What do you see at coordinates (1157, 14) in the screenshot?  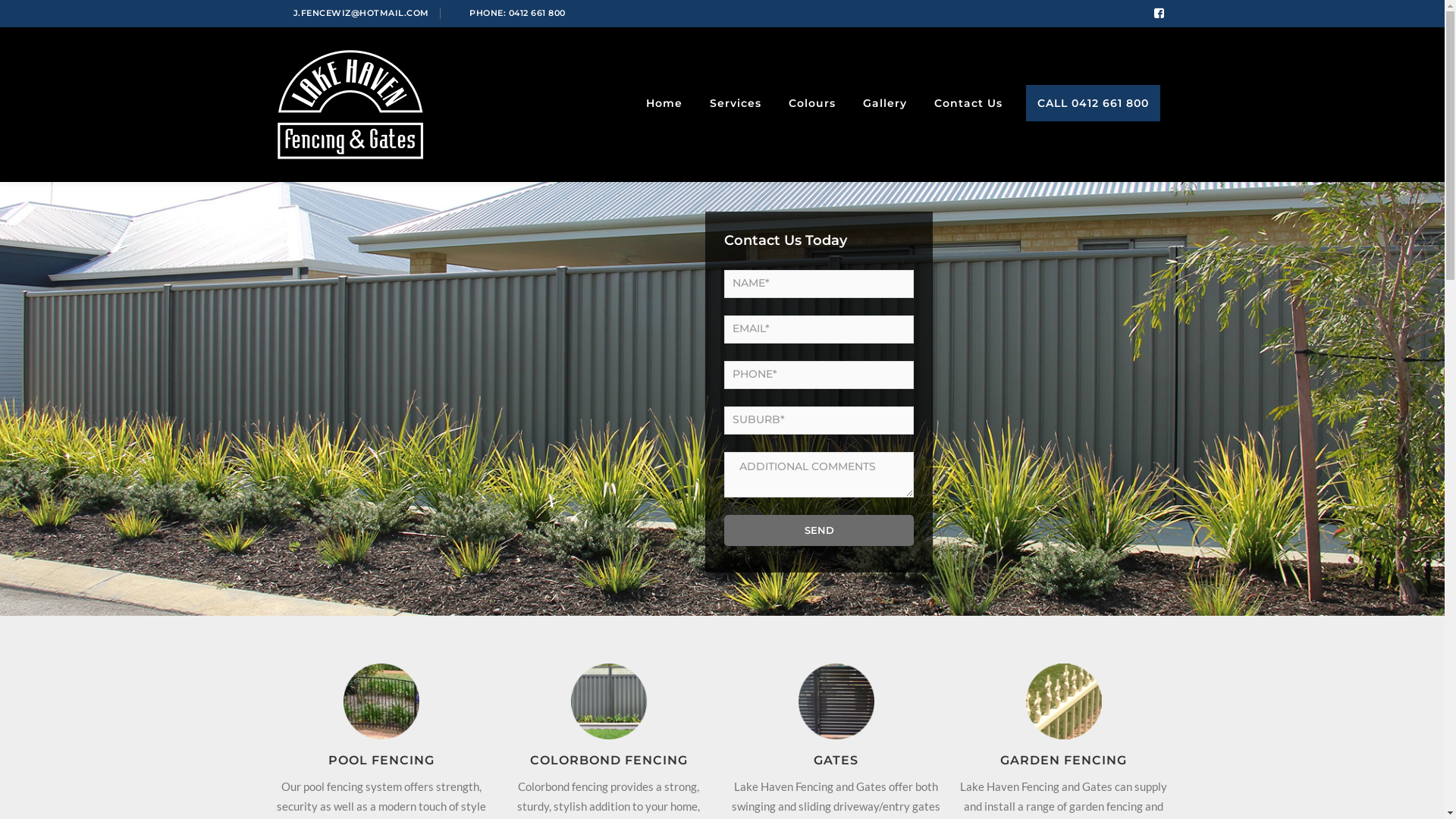 I see `'Facebook Profile'` at bounding box center [1157, 14].